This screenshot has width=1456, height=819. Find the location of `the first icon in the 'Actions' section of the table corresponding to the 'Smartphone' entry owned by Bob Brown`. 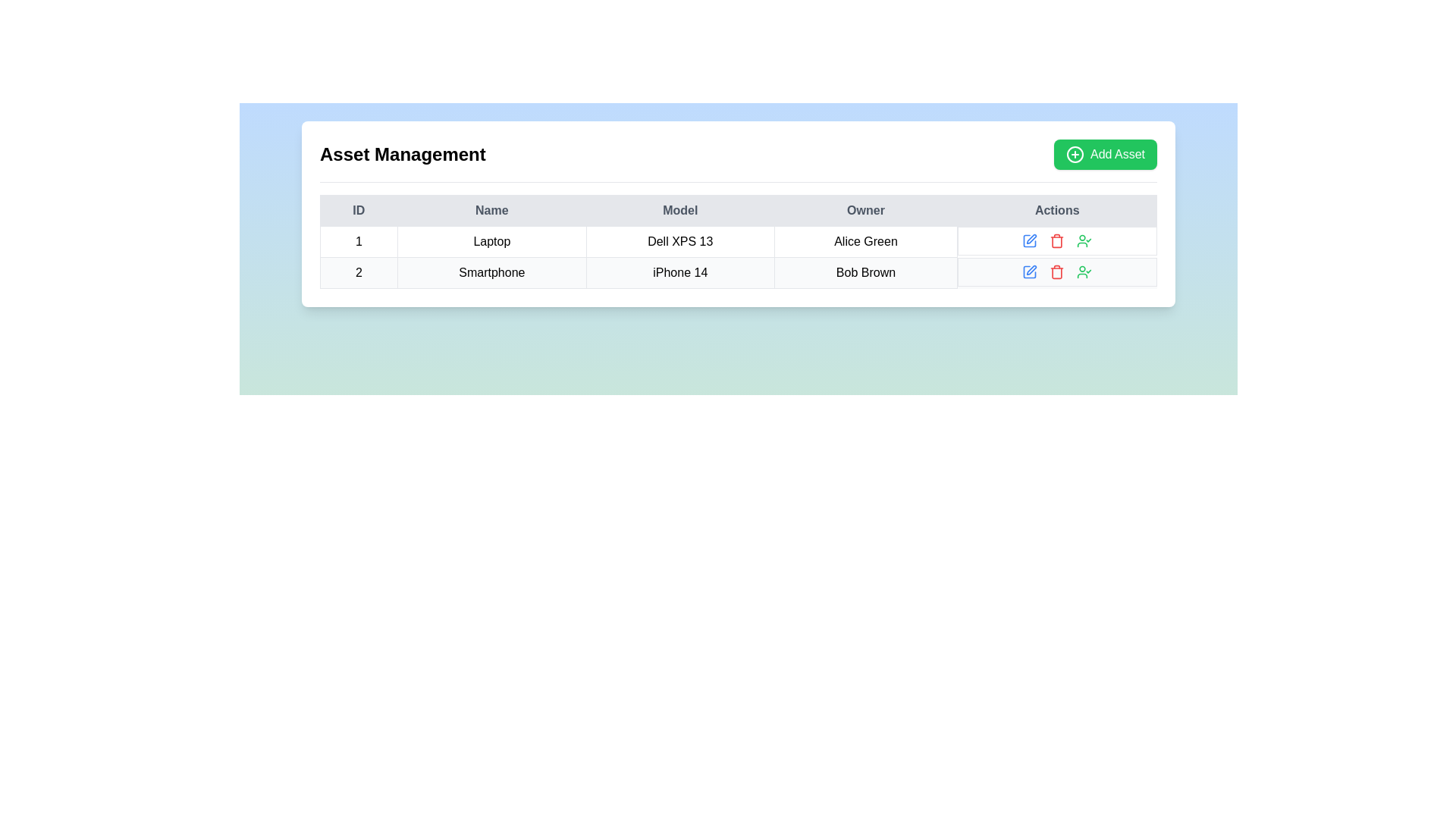

the first icon in the 'Actions' section of the table corresponding to the 'Smartphone' entry owned by Bob Brown is located at coordinates (1031, 268).